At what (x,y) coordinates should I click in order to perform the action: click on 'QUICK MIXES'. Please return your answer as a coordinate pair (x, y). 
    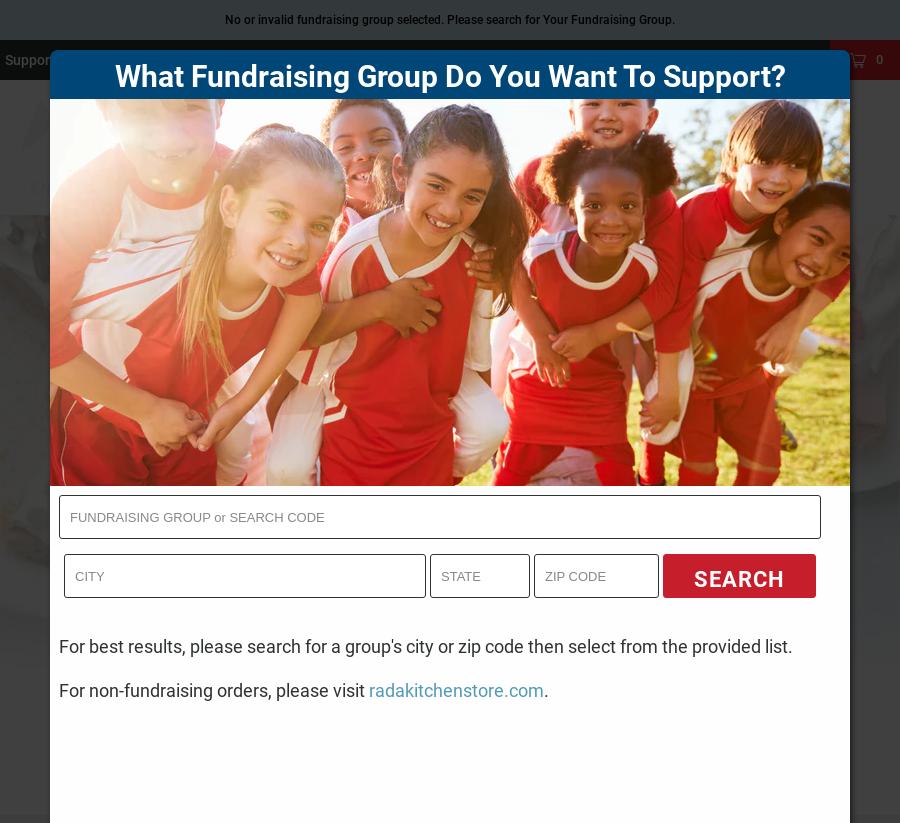
    Looking at the image, I should click on (421, 188).